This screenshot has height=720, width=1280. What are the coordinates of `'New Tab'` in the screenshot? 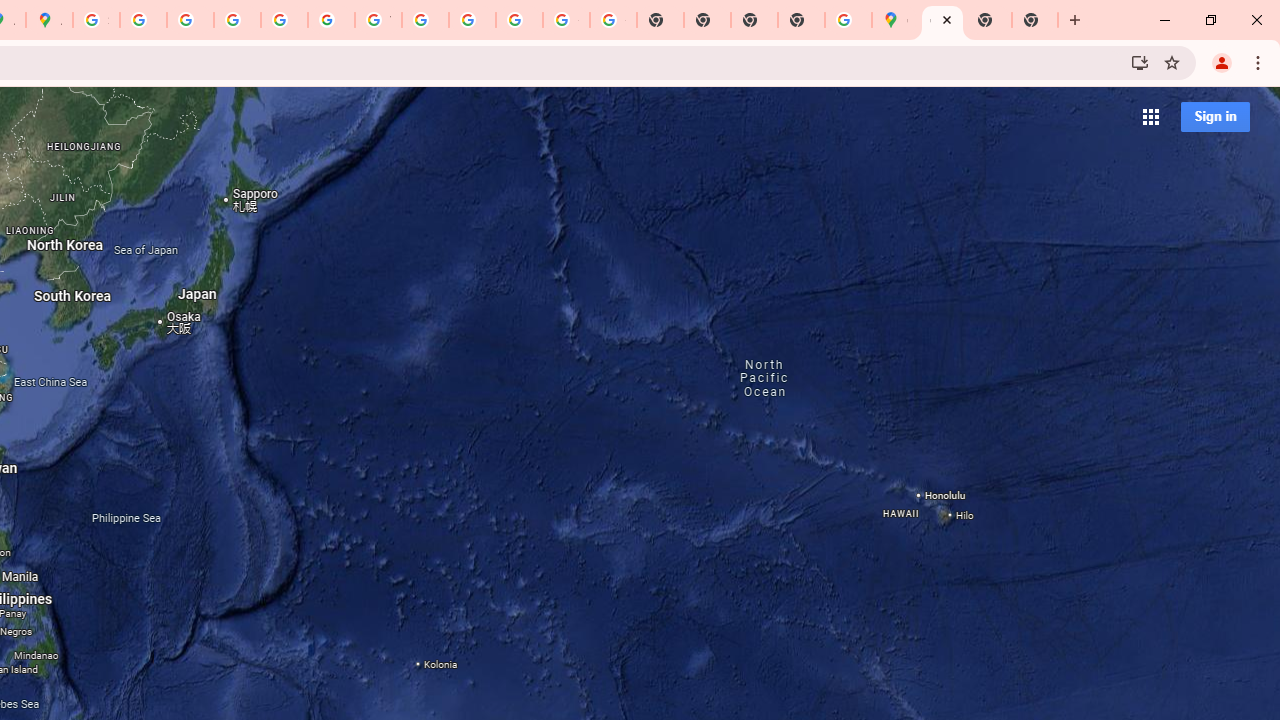 It's located at (989, 20).